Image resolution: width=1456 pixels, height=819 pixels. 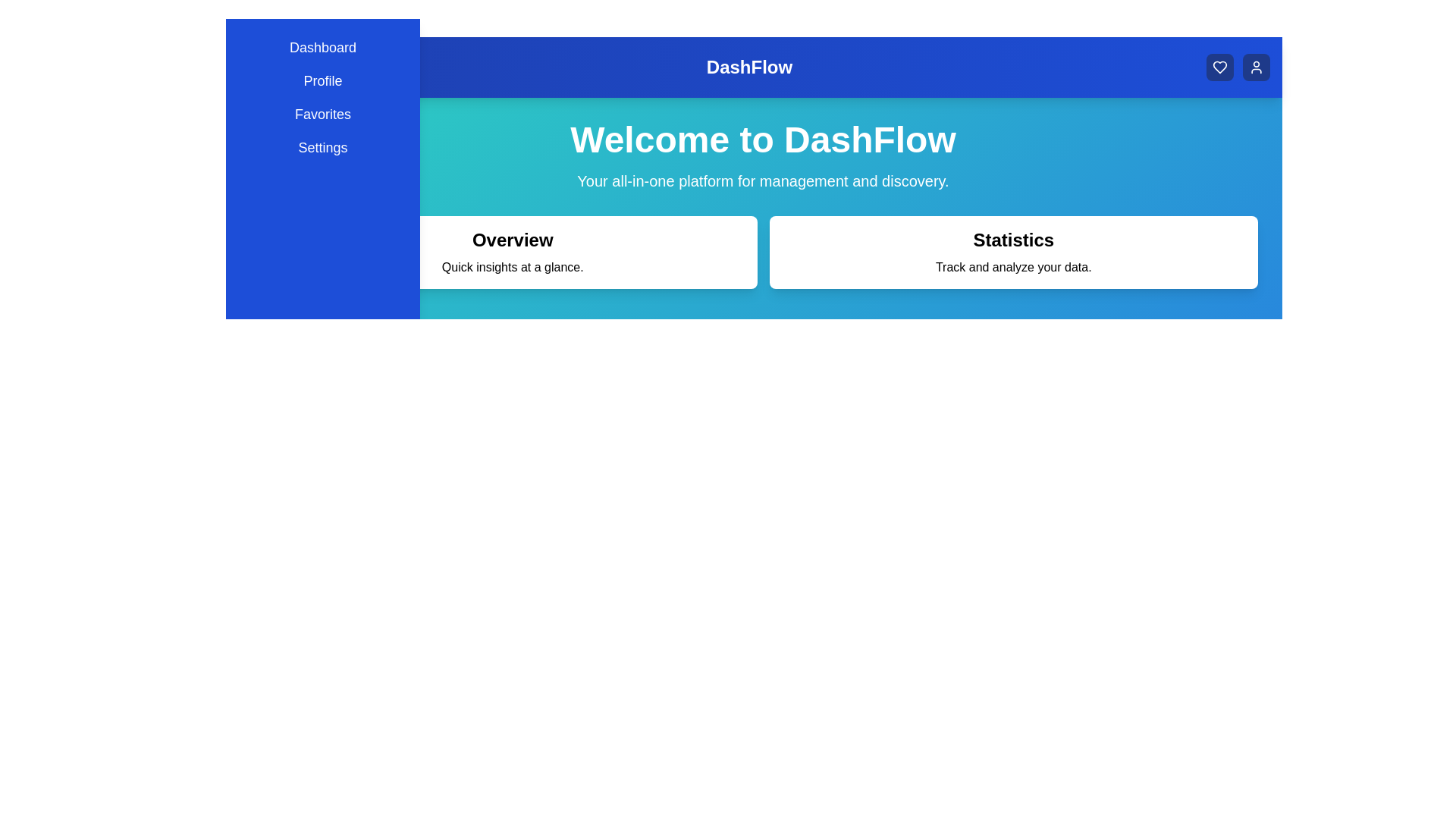 I want to click on the 'Heart' icon button, so click(x=1219, y=66).